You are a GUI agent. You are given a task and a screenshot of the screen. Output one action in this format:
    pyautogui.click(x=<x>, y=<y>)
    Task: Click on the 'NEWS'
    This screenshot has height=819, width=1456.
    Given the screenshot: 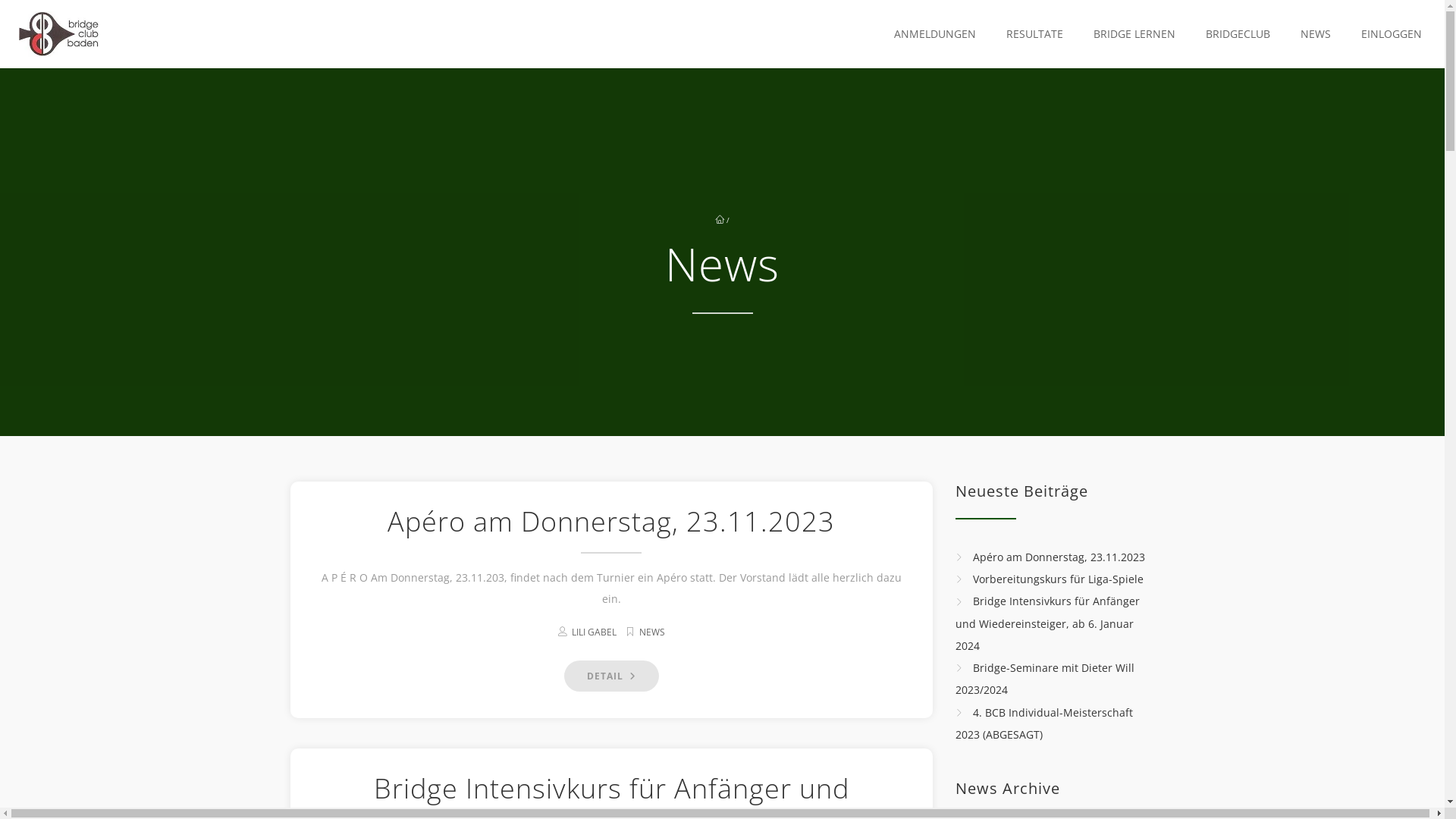 What is the action you would take?
    pyautogui.click(x=1310, y=34)
    